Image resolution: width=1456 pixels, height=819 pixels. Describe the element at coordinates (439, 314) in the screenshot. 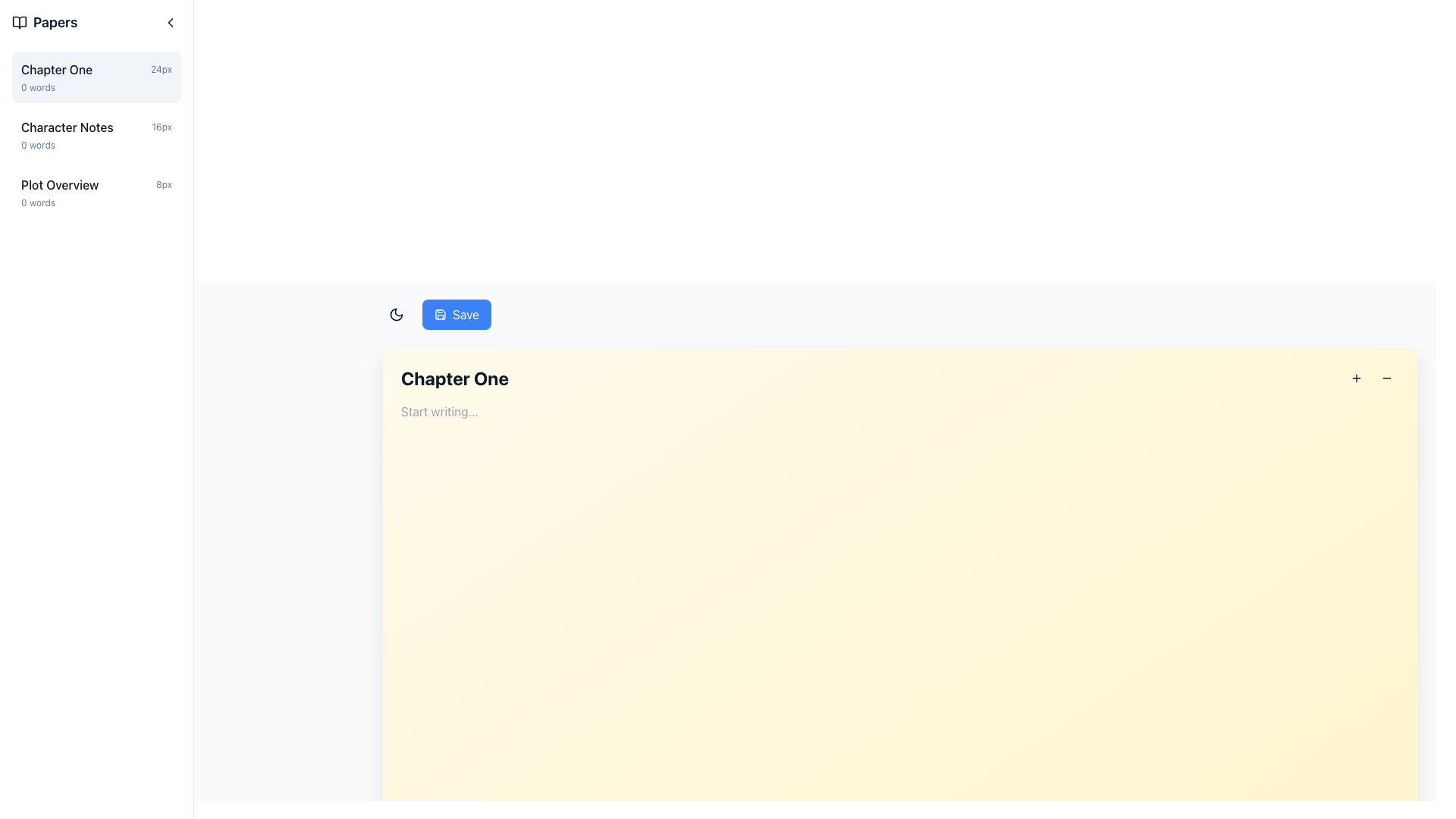

I see `the blue button labeled 'Save' that contains the floppy disk icon representing the save functionality` at that location.